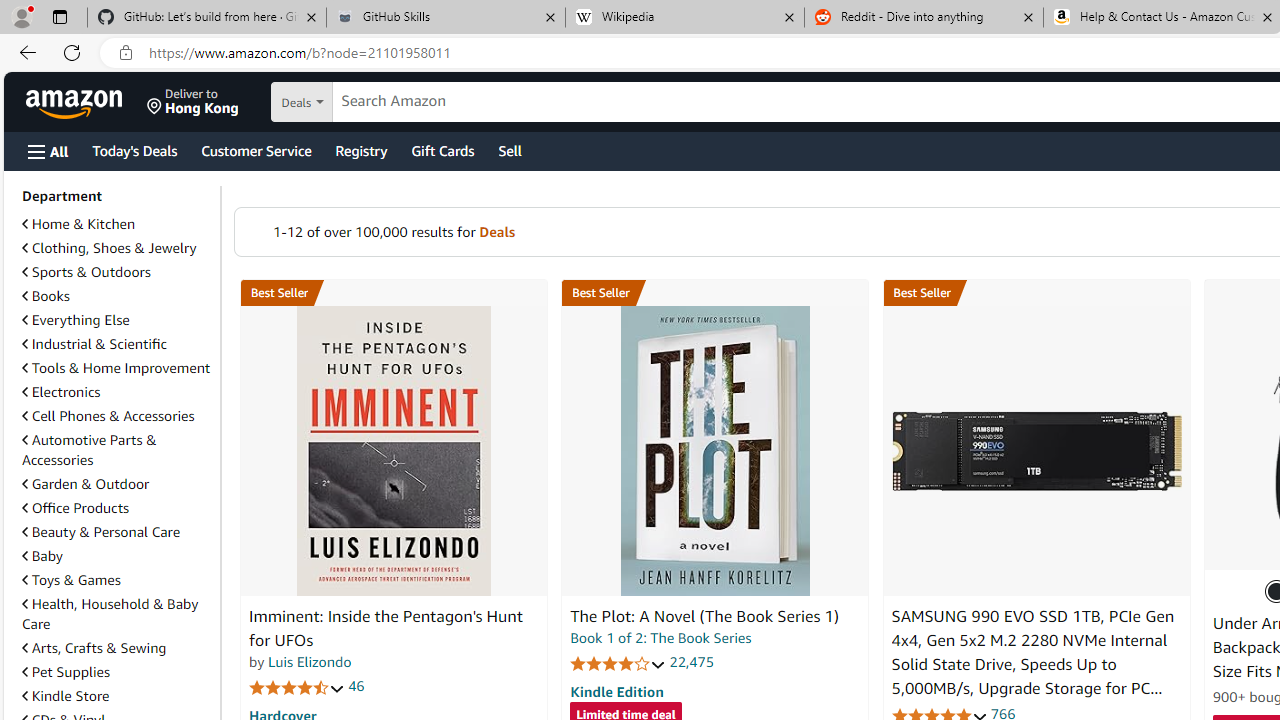  What do you see at coordinates (393, 293) in the screenshot?
I see `'Best Seller in Unexplained Mysteries'` at bounding box center [393, 293].